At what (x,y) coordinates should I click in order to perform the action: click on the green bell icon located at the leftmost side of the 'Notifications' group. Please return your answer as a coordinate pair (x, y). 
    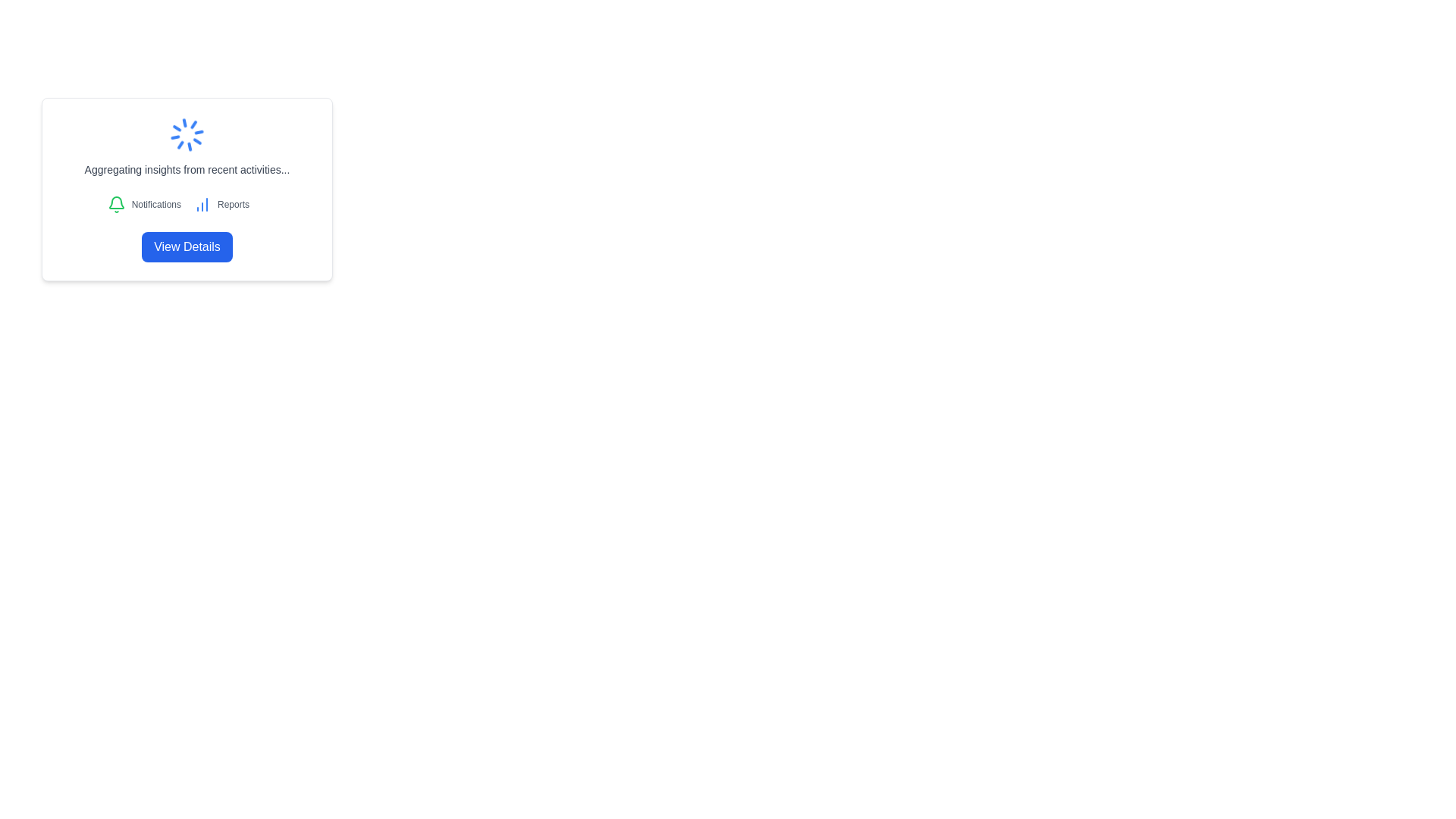
    Looking at the image, I should click on (115, 205).